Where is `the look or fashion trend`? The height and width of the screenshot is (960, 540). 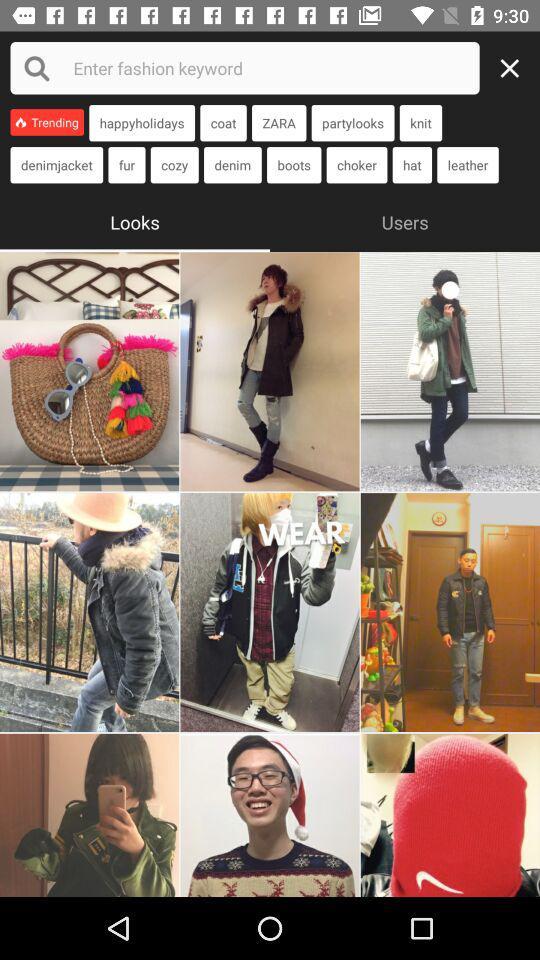 the look or fashion trend is located at coordinates (270, 815).